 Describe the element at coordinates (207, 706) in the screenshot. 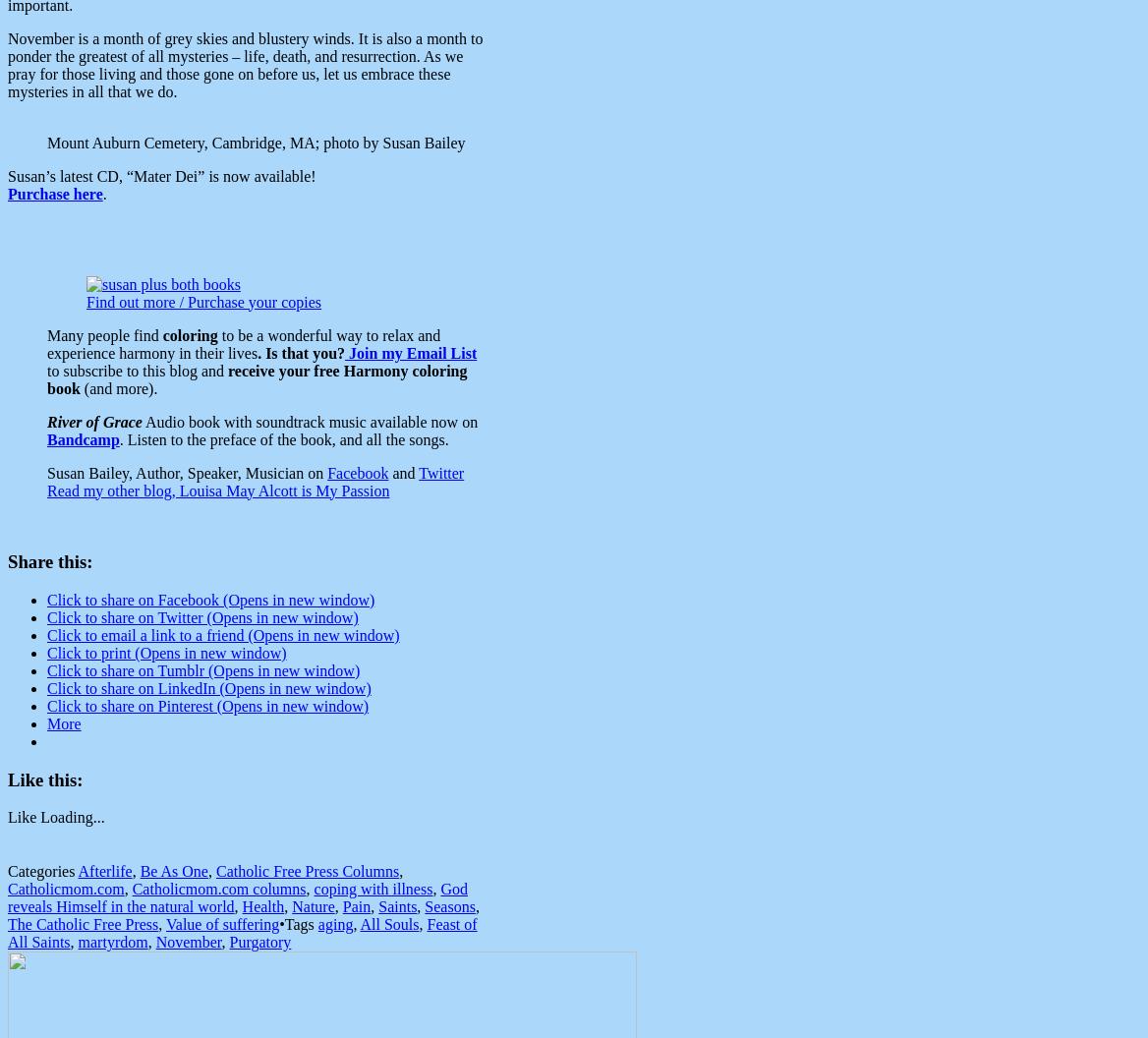

I see `'Click to share on Pinterest (Opens in new window)'` at that location.